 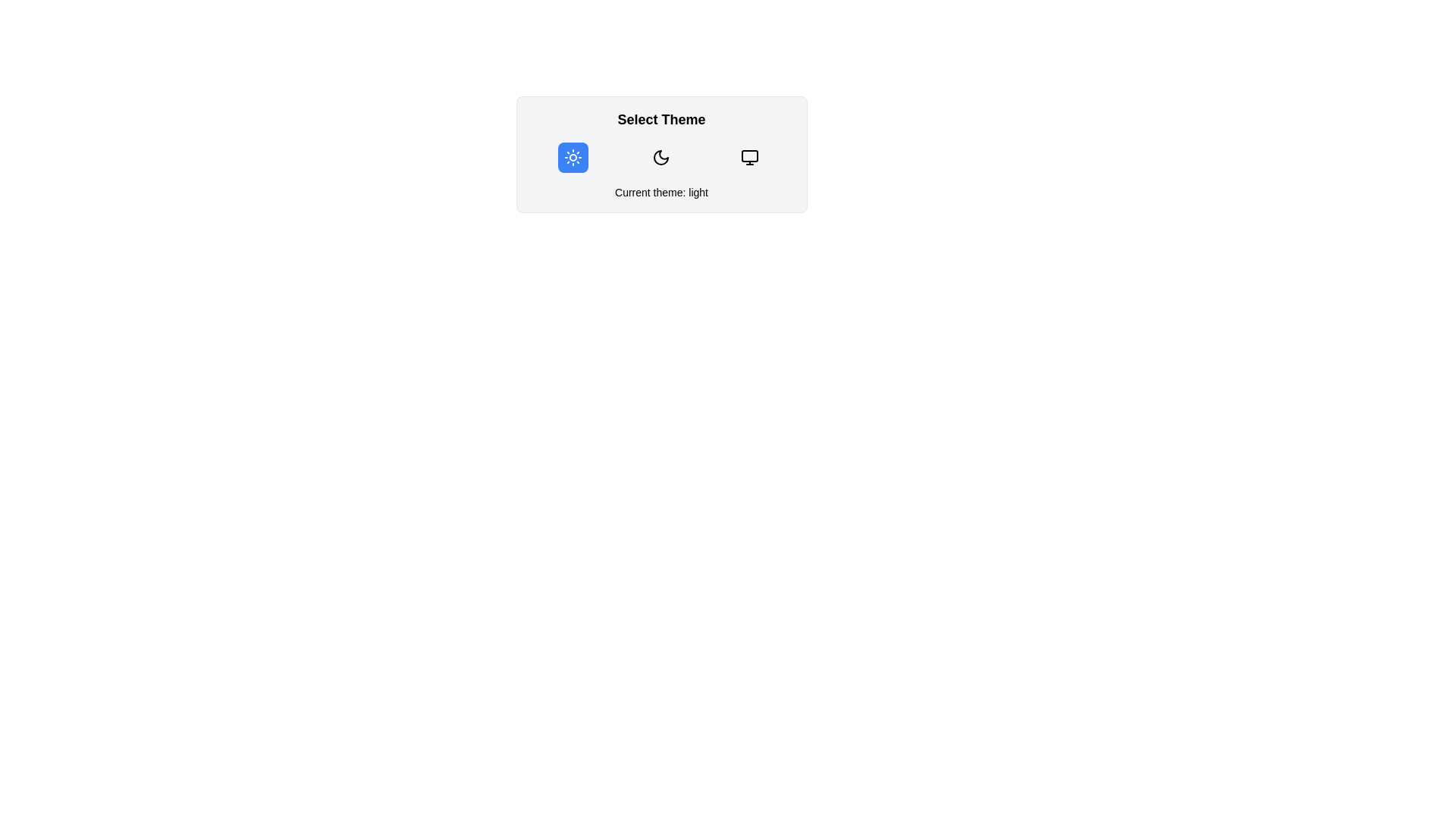 I want to click on the dark theme selection icon located between the sun icon and the monitor icon in the theme options row, so click(x=661, y=158).